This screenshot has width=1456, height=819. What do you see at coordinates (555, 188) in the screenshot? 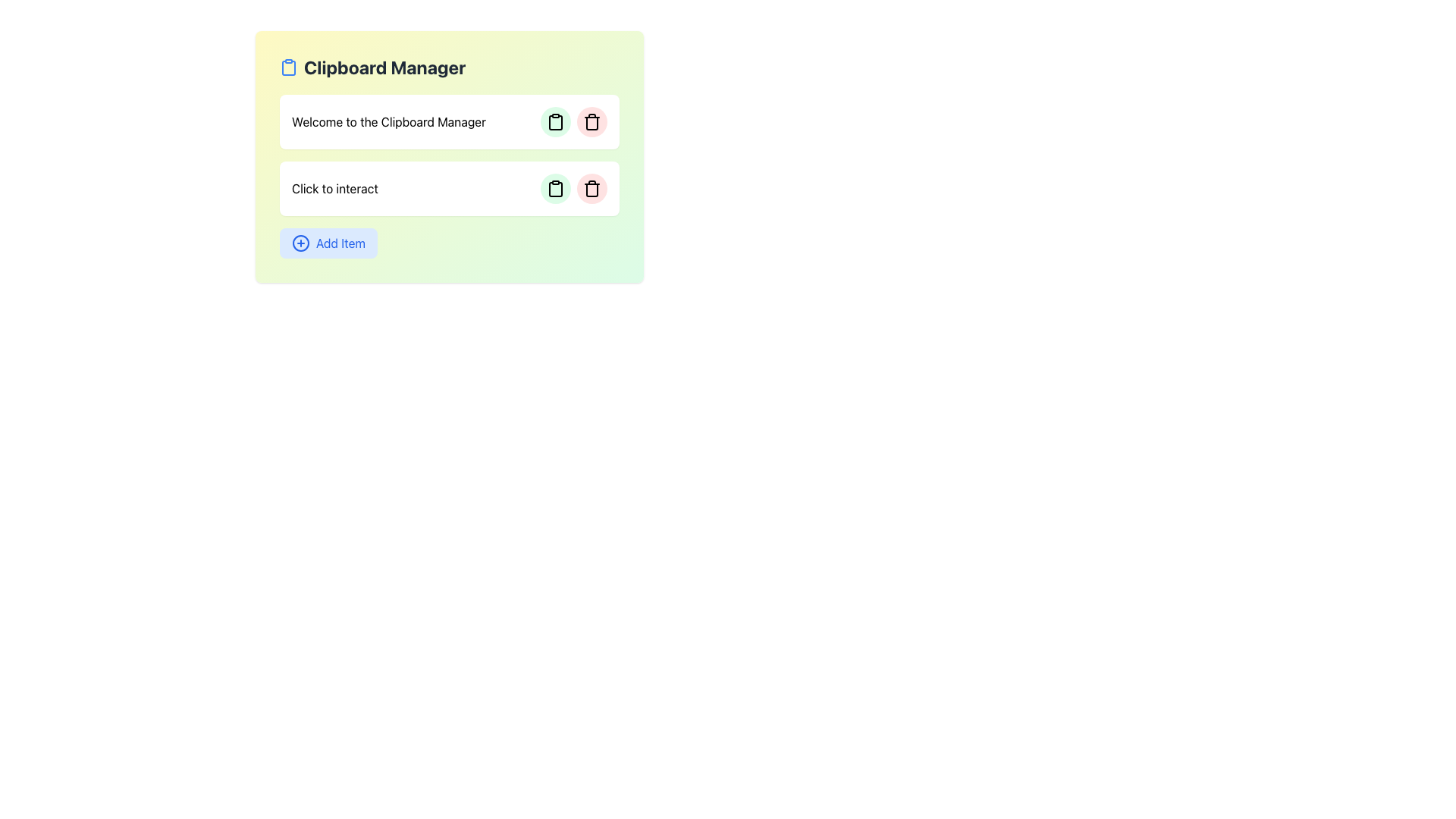
I see `the button with a circular light green background in the second row of items in the list` at bounding box center [555, 188].